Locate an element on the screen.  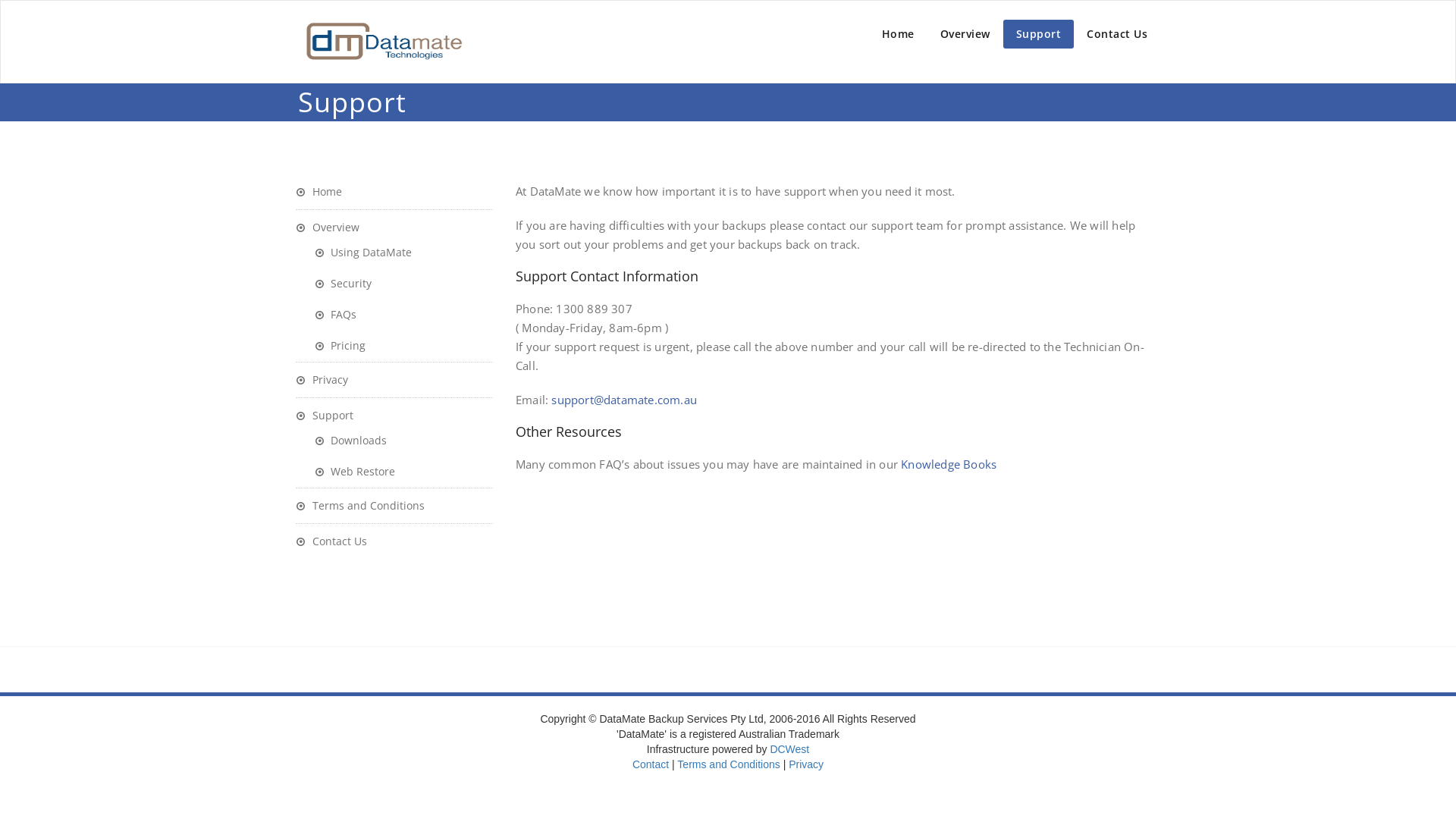
'Web Restore' is located at coordinates (354, 470).